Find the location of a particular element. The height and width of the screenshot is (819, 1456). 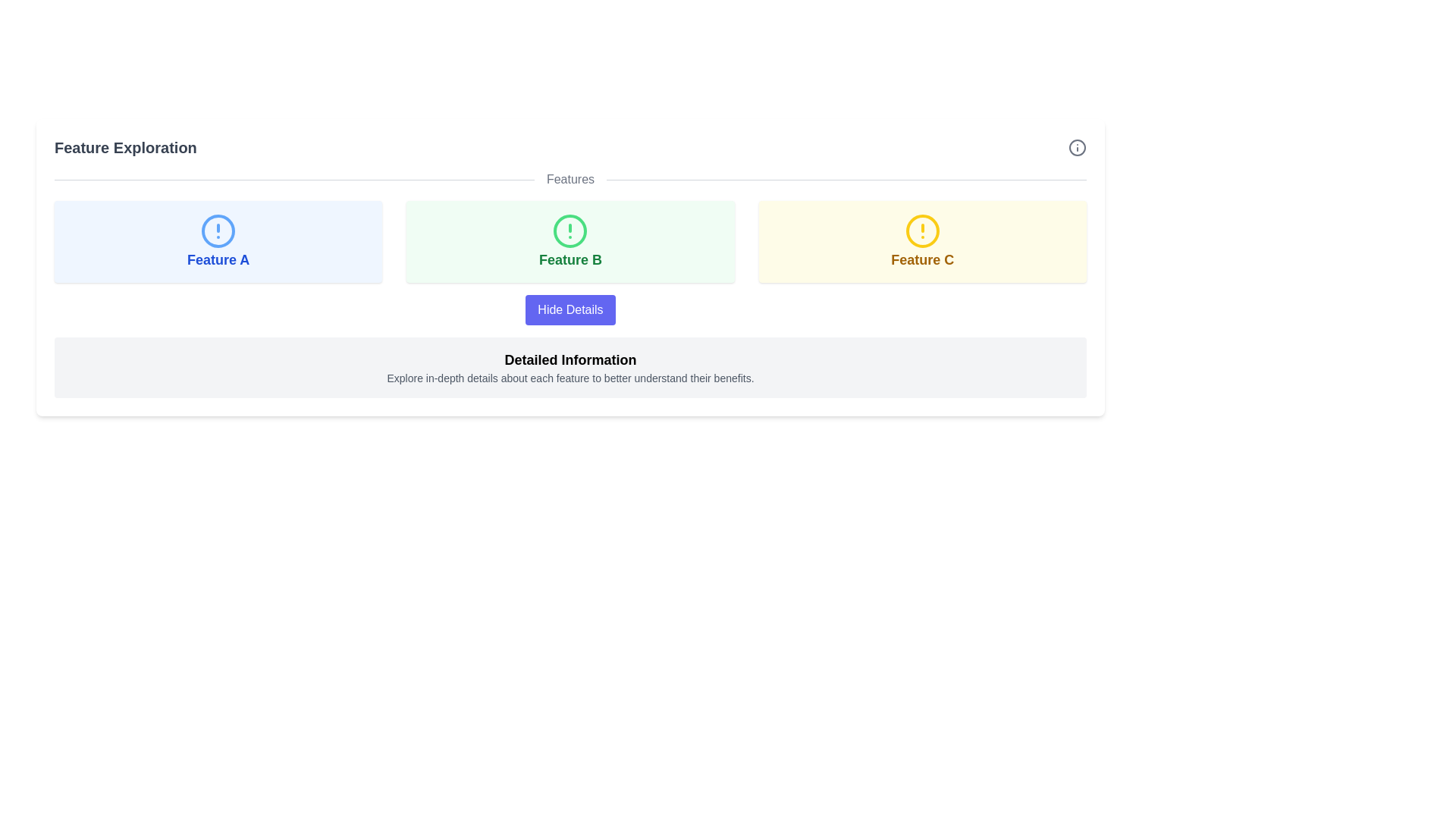

the text label with decorative separators, which serves as a header for the section above the feature cards is located at coordinates (570, 178).